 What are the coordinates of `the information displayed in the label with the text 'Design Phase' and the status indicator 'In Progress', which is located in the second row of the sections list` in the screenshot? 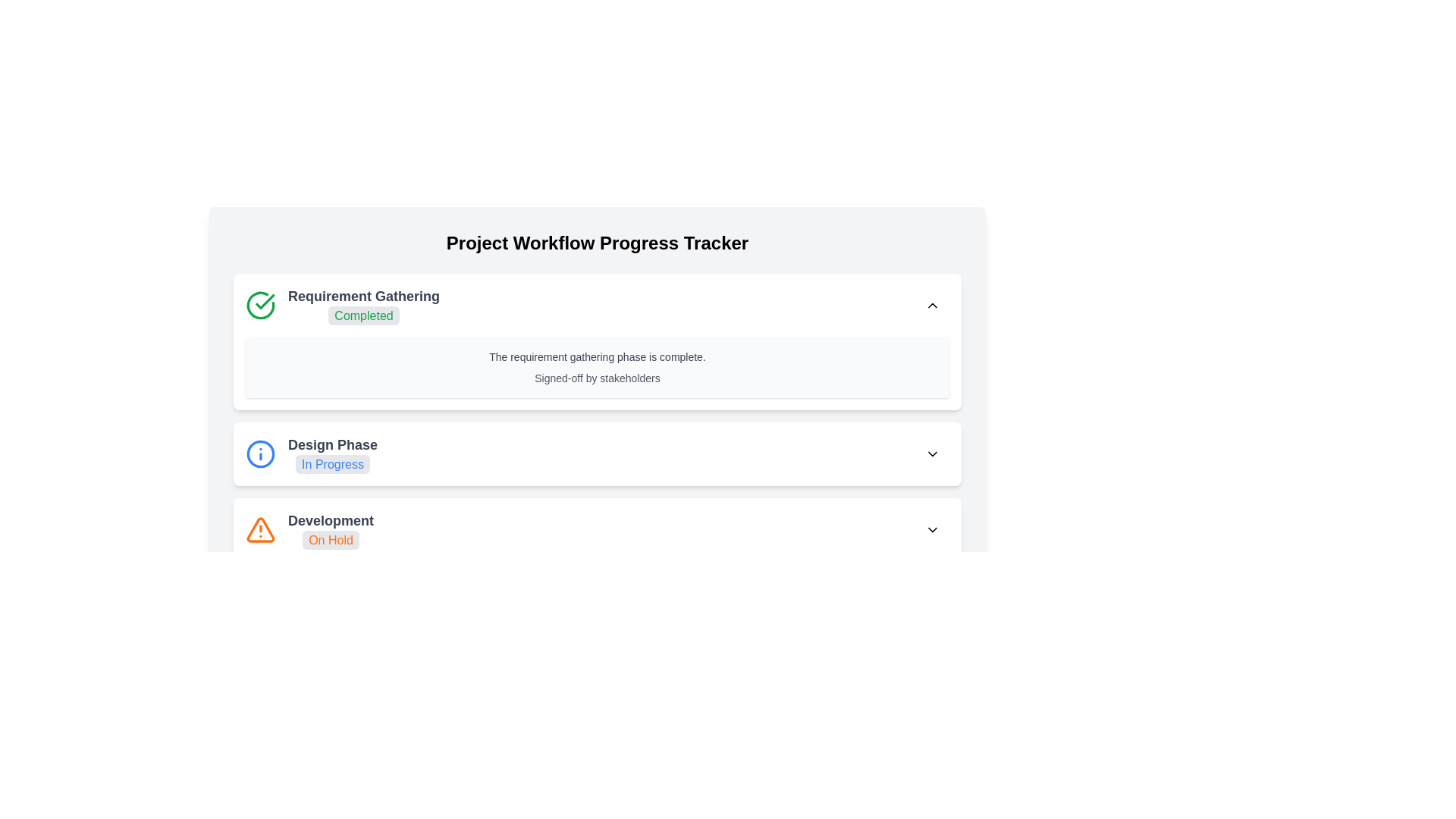 It's located at (311, 453).